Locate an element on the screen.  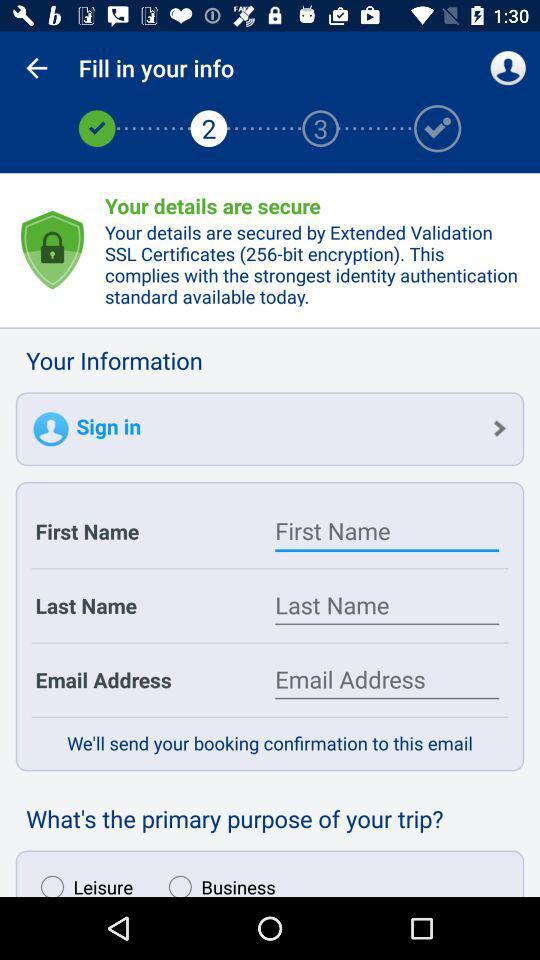
icon next to business is located at coordinates (81, 880).